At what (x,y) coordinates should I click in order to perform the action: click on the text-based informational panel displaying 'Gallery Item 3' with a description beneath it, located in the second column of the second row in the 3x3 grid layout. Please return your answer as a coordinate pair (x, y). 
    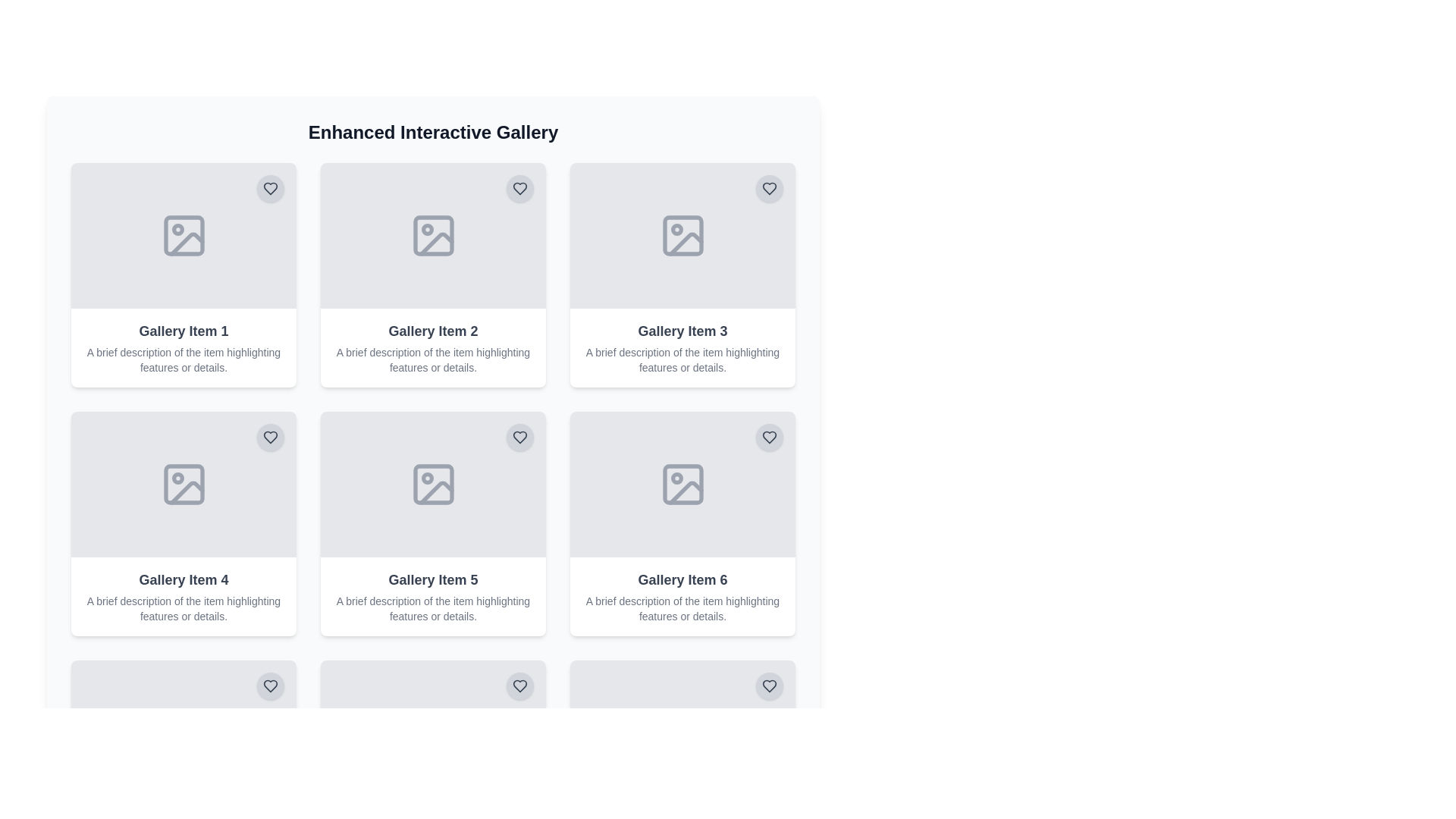
    Looking at the image, I should click on (682, 348).